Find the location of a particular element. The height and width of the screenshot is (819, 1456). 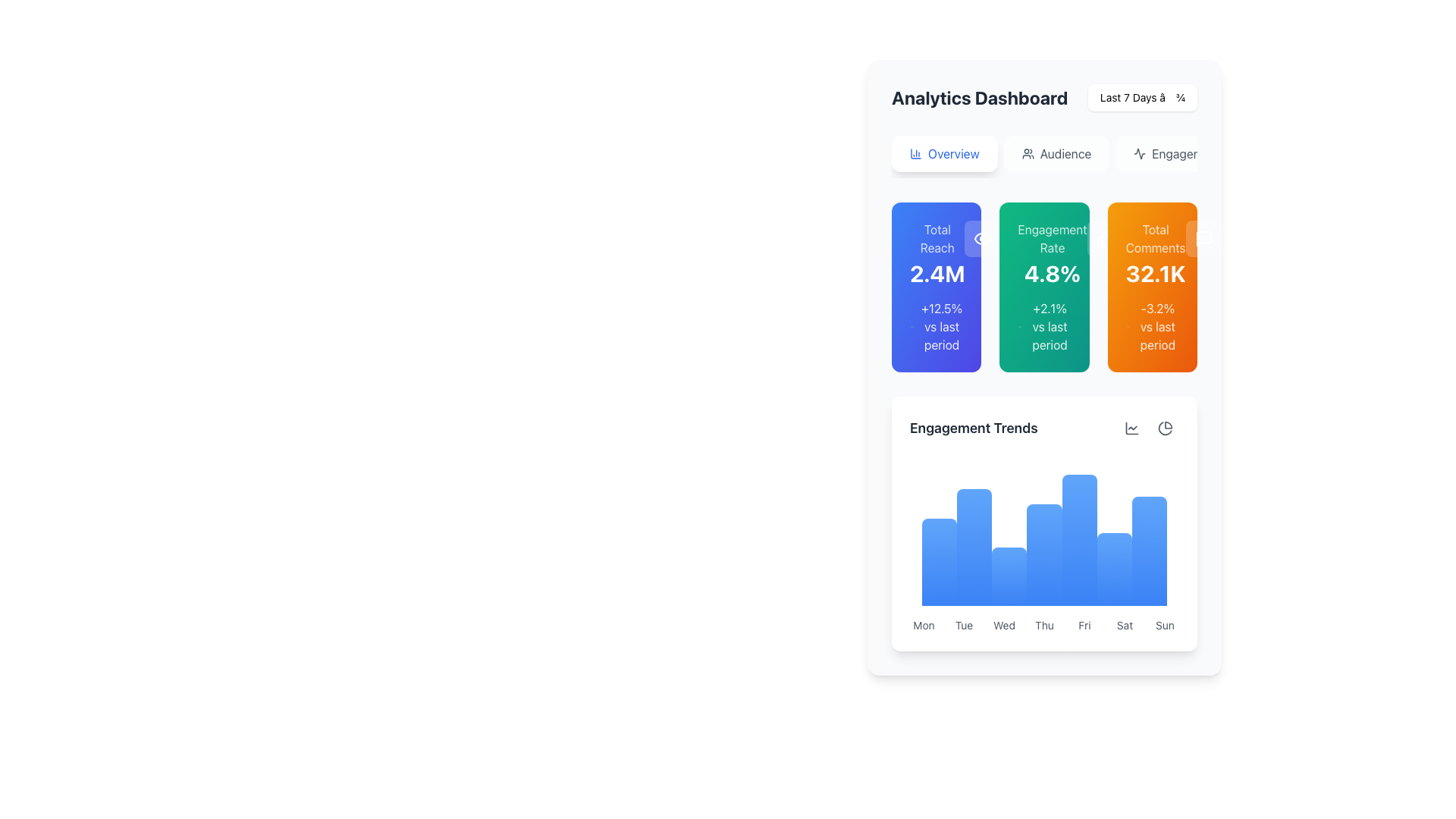

the text label displaying the percentage change '+12.5%' for the 'Total Reach' metric, located at the bottom of the blue card on the leftmost side of the trio of statistic cards is located at coordinates (941, 326).